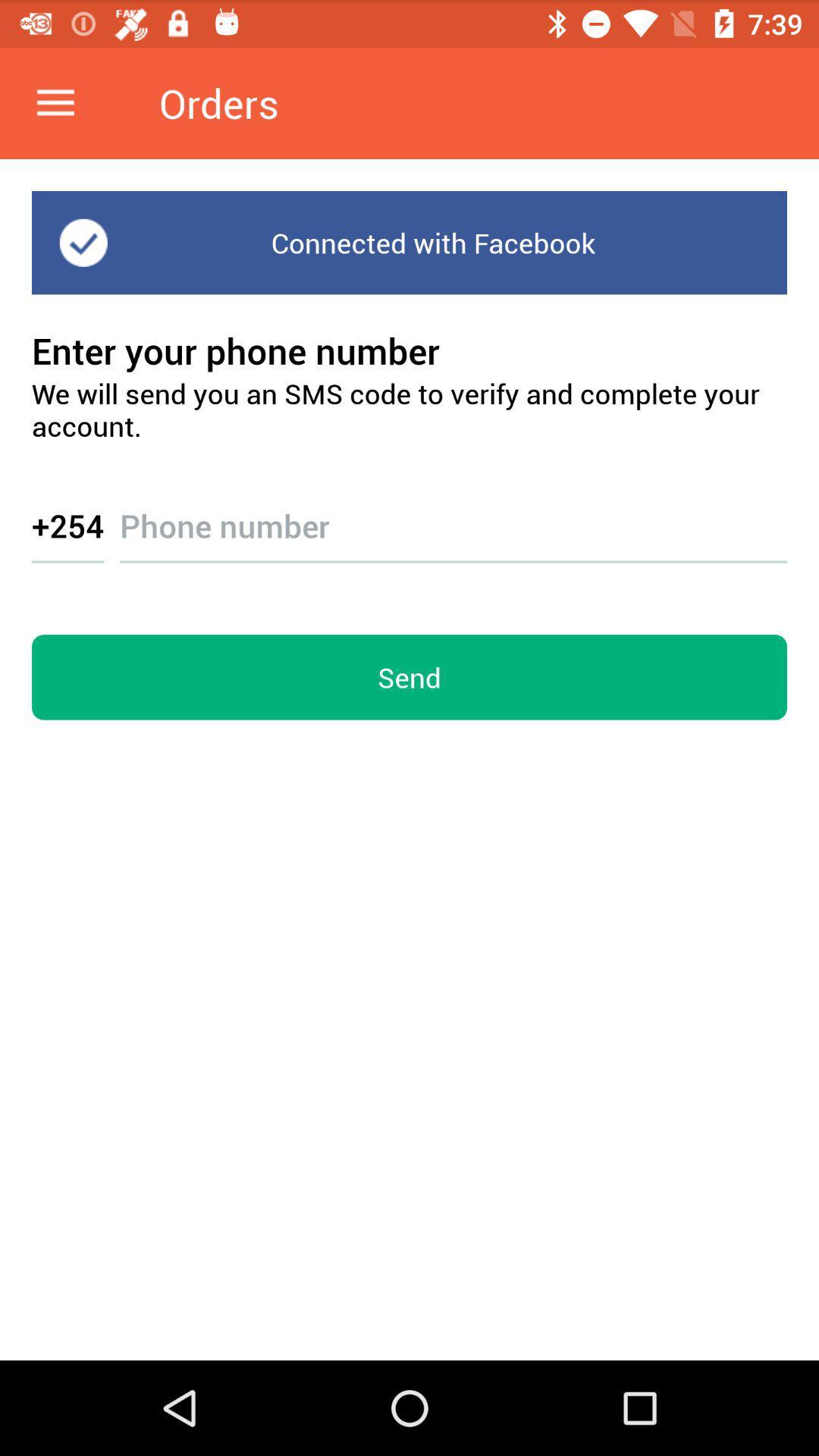 The width and height of the screenshot is (819, 1456). I want to click on icon to the right of +254 item, so click(453, 512).